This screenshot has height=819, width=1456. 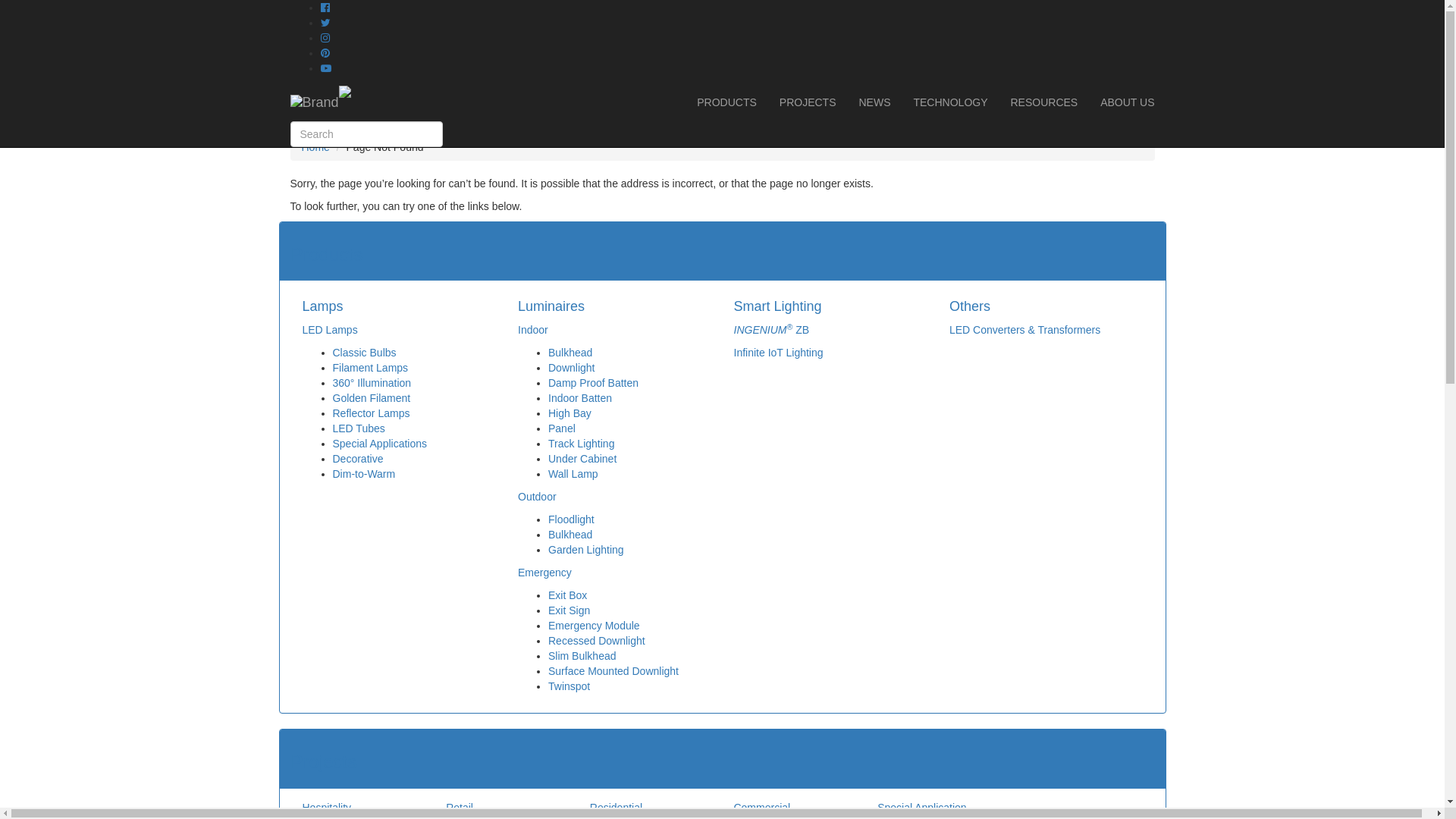 What do you see at coordinates (726, 102) in the screenshot?
I see `'PRODUCTS'` at bounding box center [726, 102].